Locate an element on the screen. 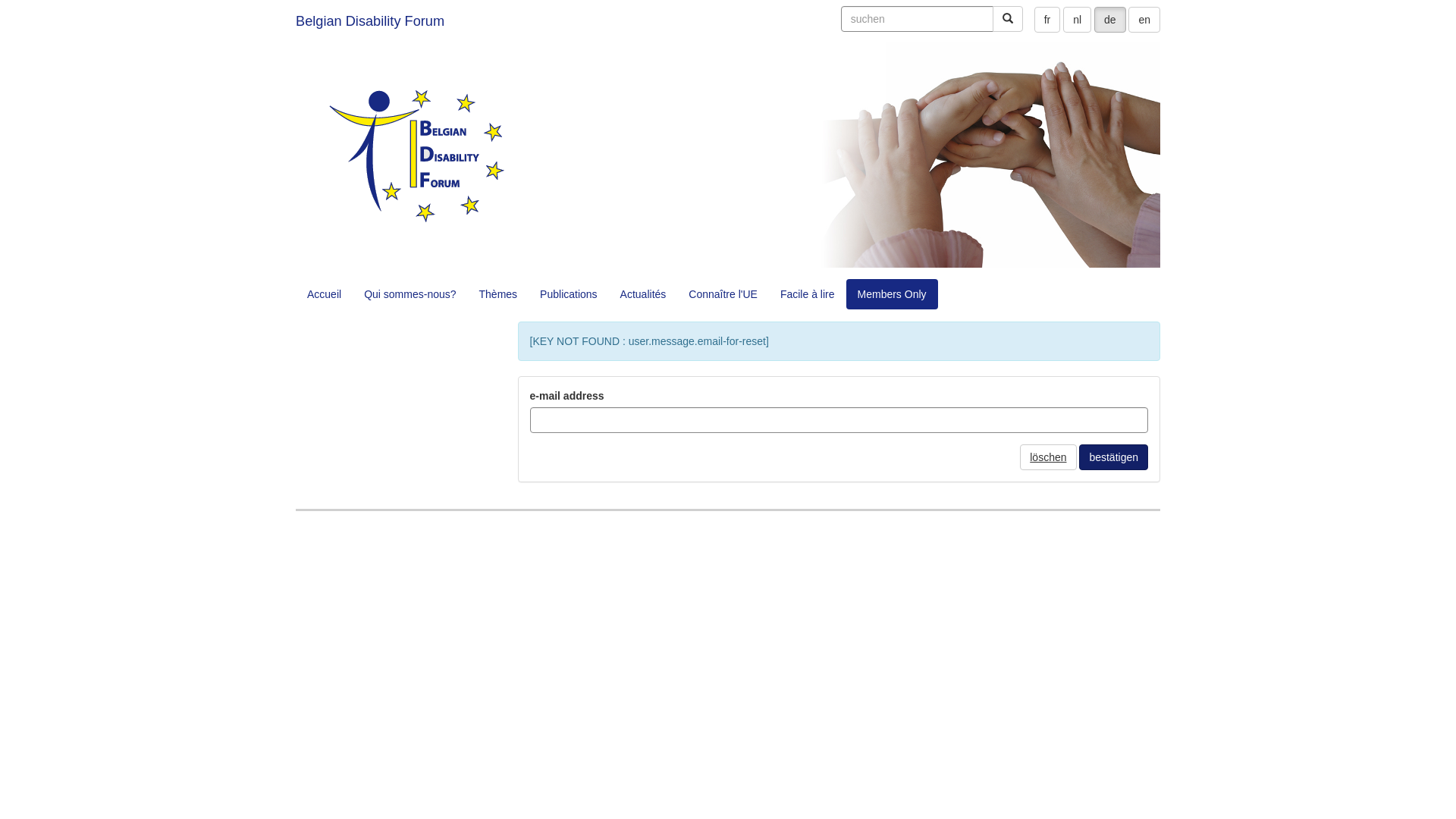 The width and height of the screenshot is (1456, 819). 'de' is located at coordinates (1110, 20).